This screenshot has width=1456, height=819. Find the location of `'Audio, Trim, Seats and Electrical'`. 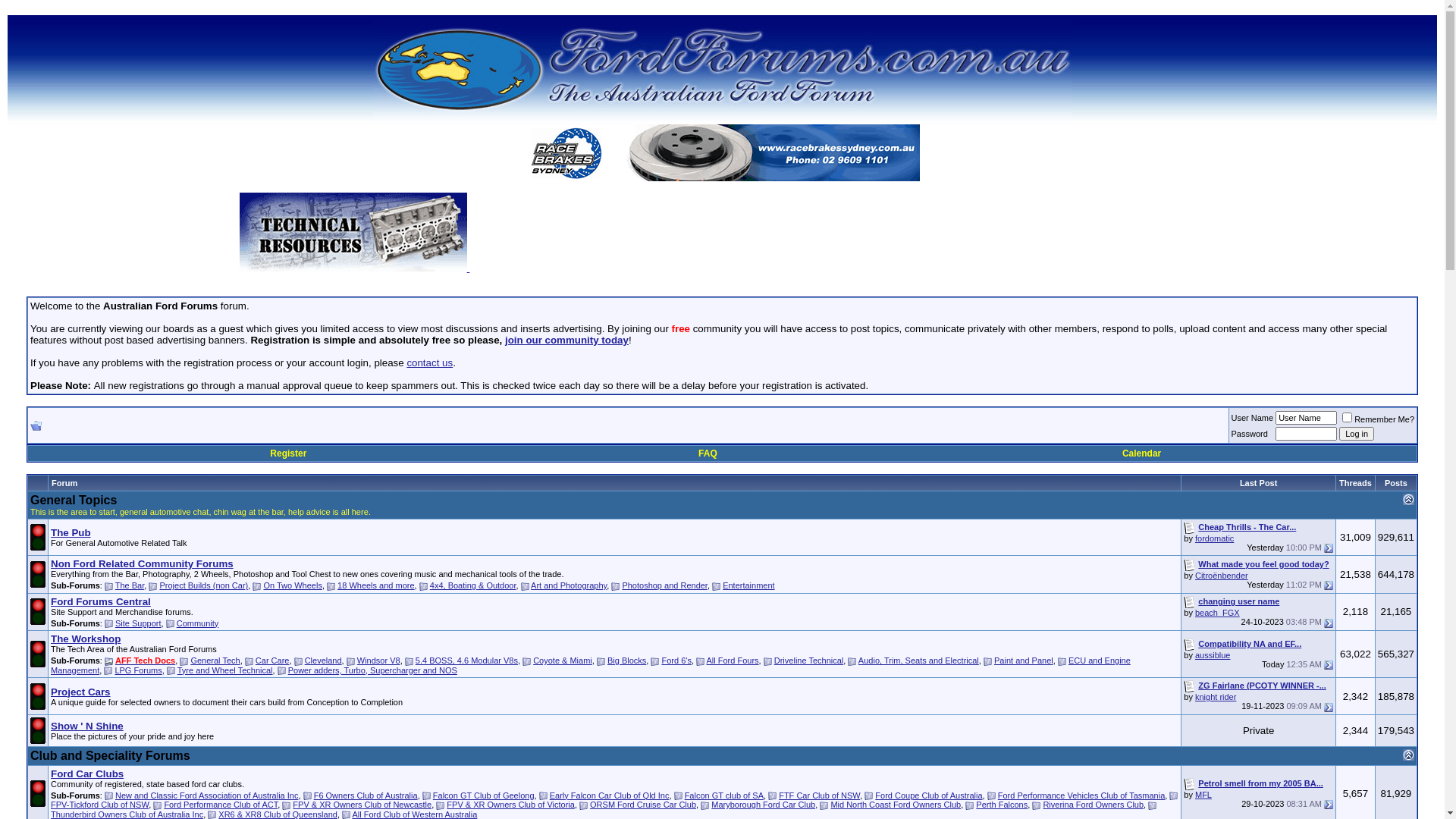

'Audio, Trim, Seats and Electrical' is located at coordinates (918, 660).